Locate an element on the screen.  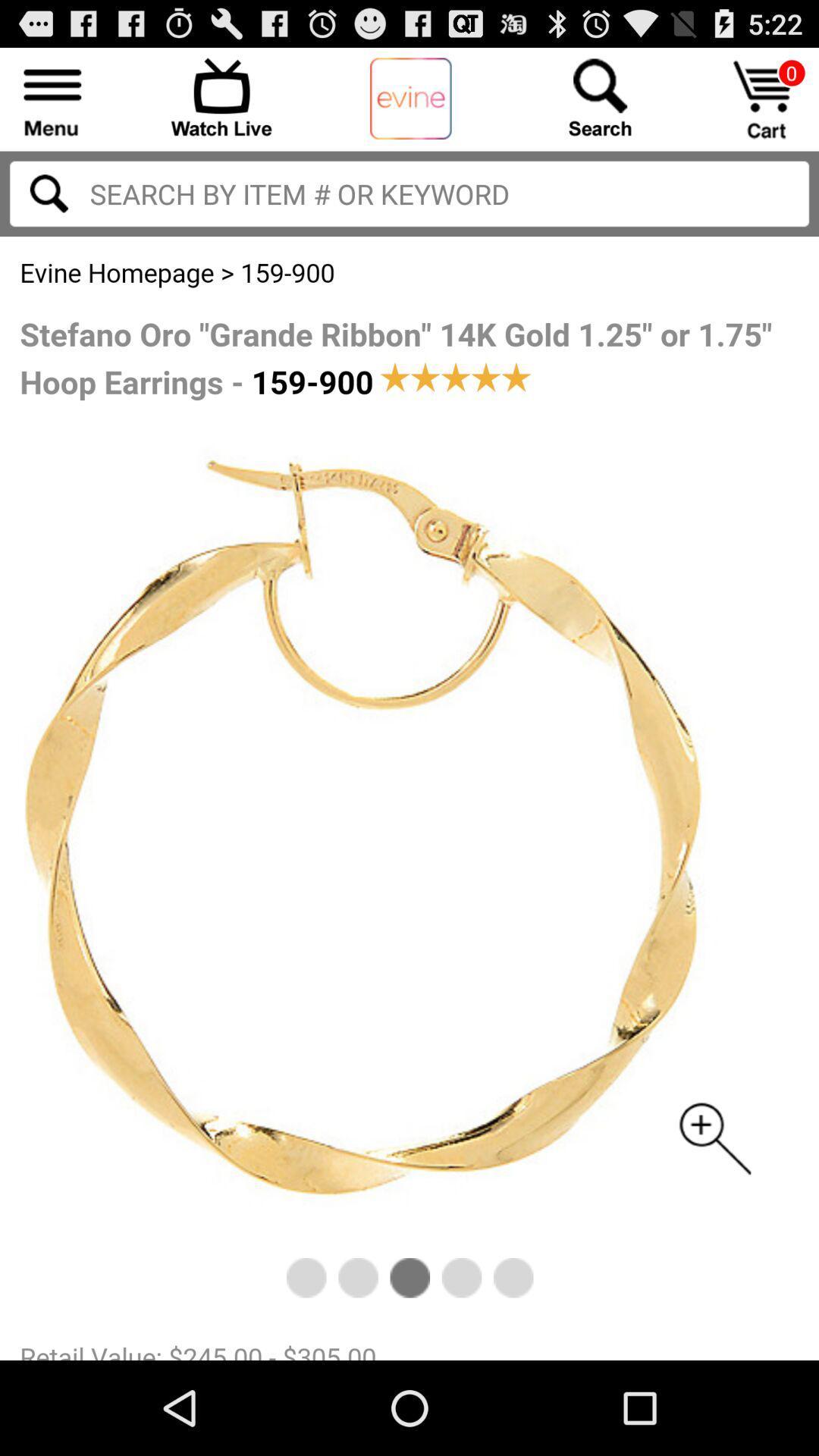
evine is located at coordinates (410, 99).